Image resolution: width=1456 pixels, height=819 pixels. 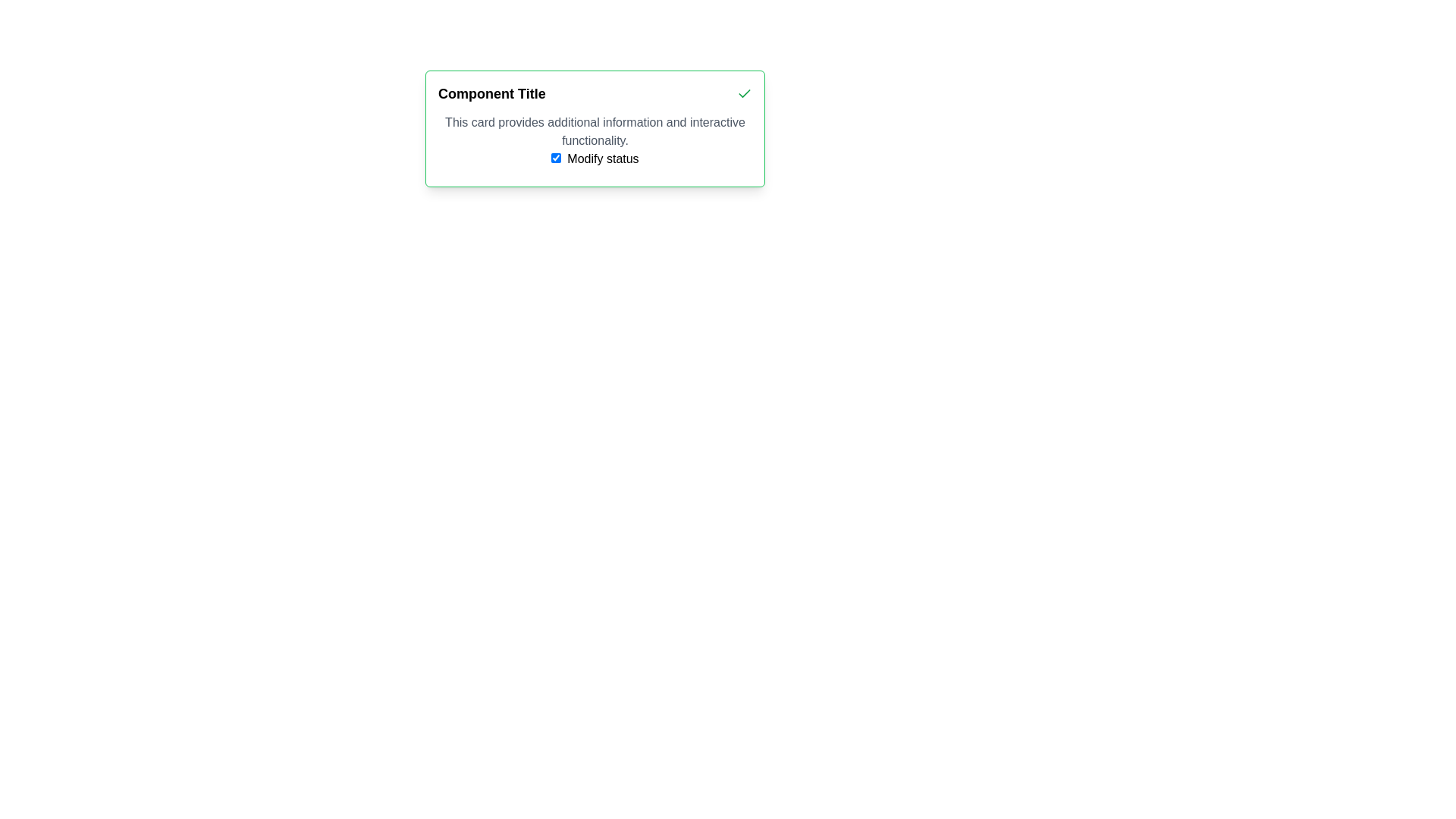 What do you see at coordinates (491, 93) in the screenshot?
I see `text label located at the top-left area of the card-like UI structure, which serves as a title or heading for the associated section` at bounding box center [491, 93].